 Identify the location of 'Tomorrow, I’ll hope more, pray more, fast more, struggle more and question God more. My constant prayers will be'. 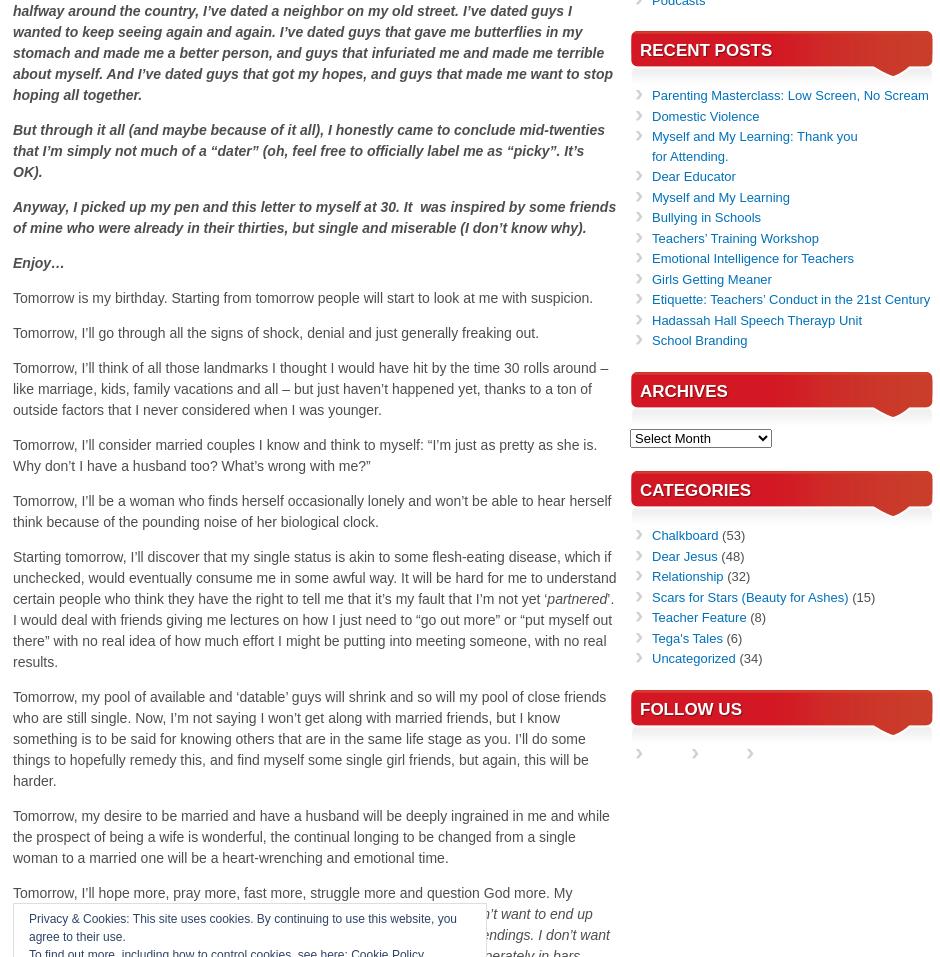
(12, 903).